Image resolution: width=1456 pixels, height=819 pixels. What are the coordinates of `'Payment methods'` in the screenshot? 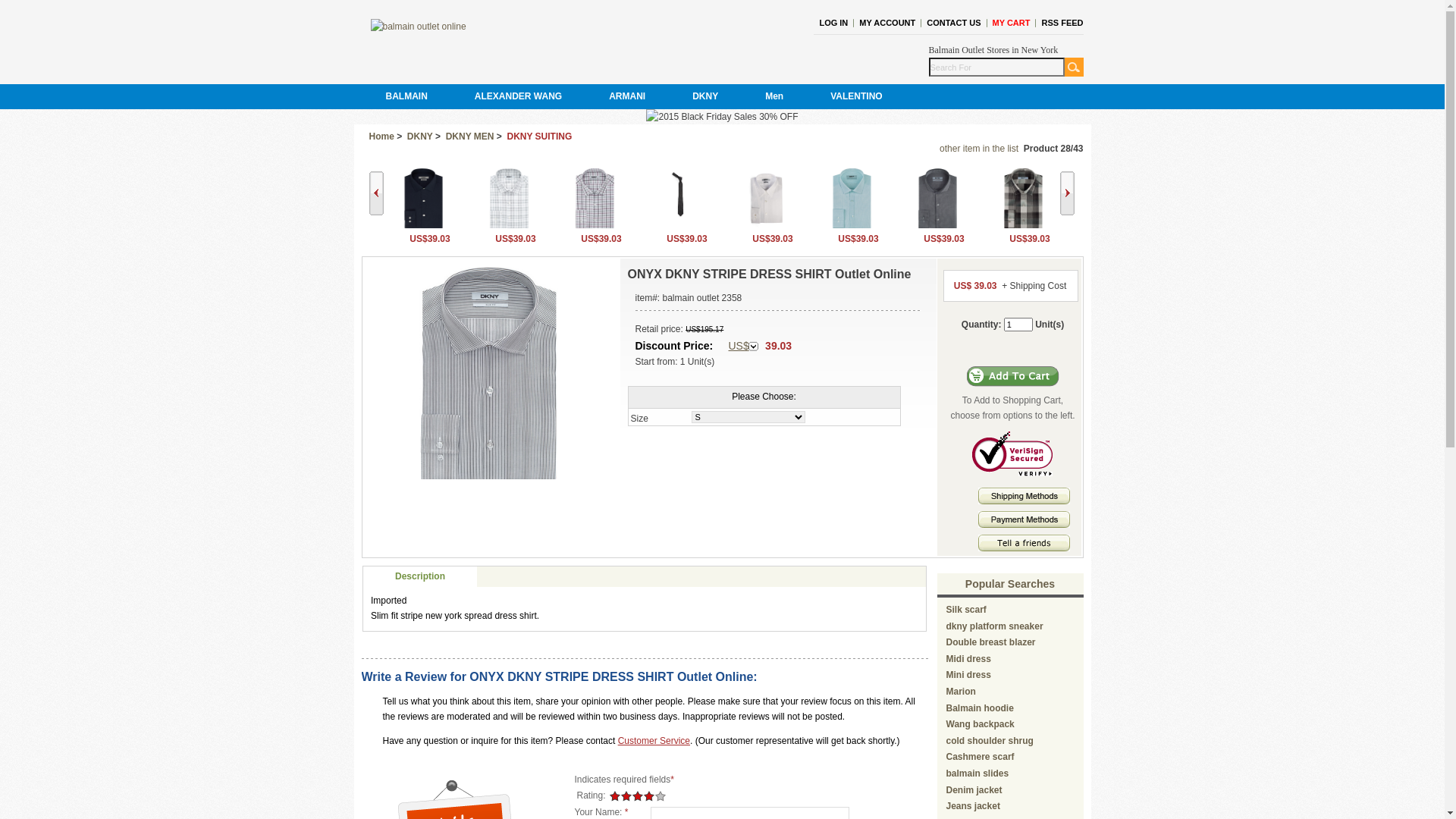 It's located at (1024, 523).